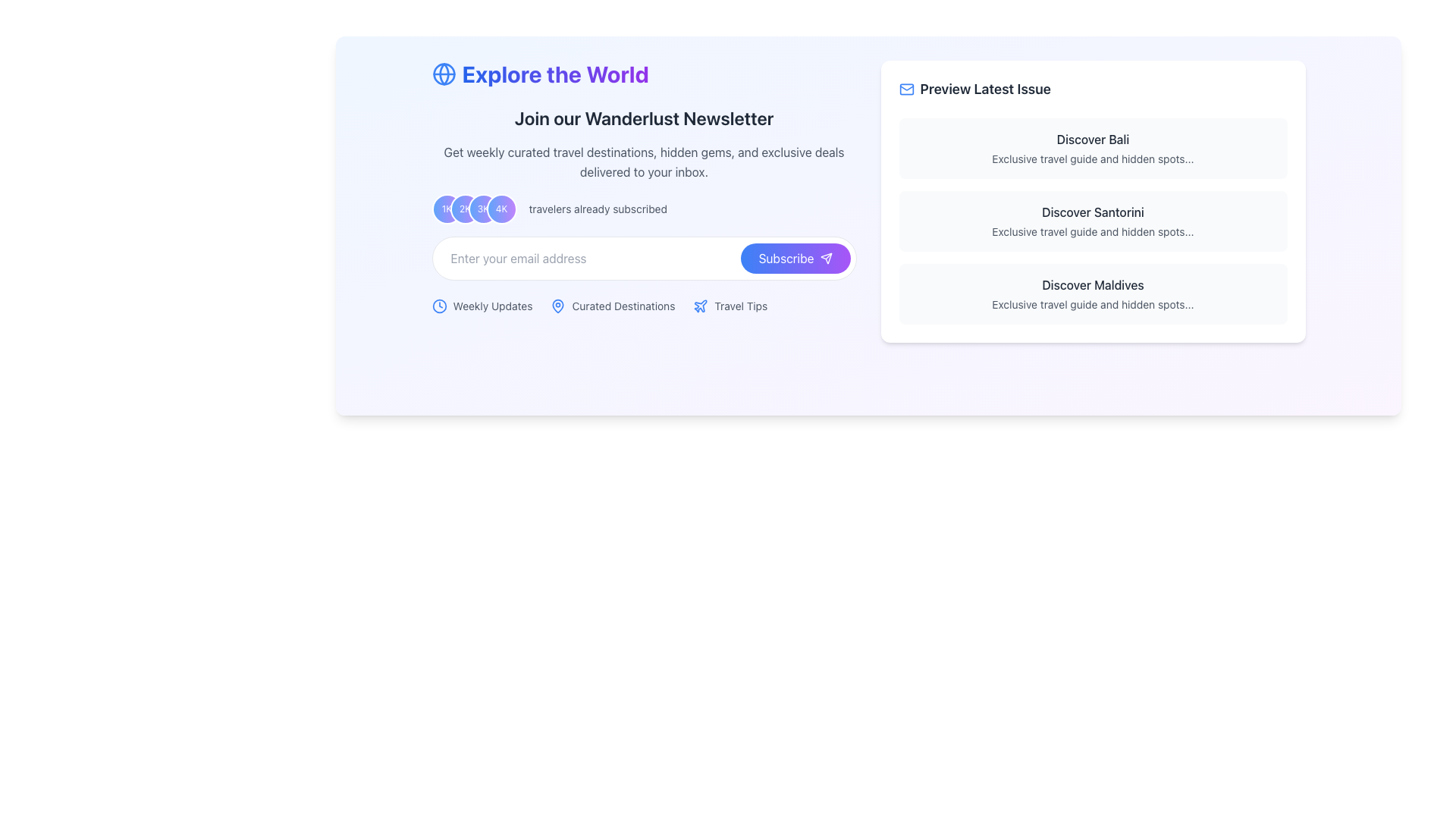  What do you see at coordinates (825, 256) in the screenshot?
I see `the 'Send' icon located on the right side of the blue 'Subscribe' button` at bounding box center [825, 256].